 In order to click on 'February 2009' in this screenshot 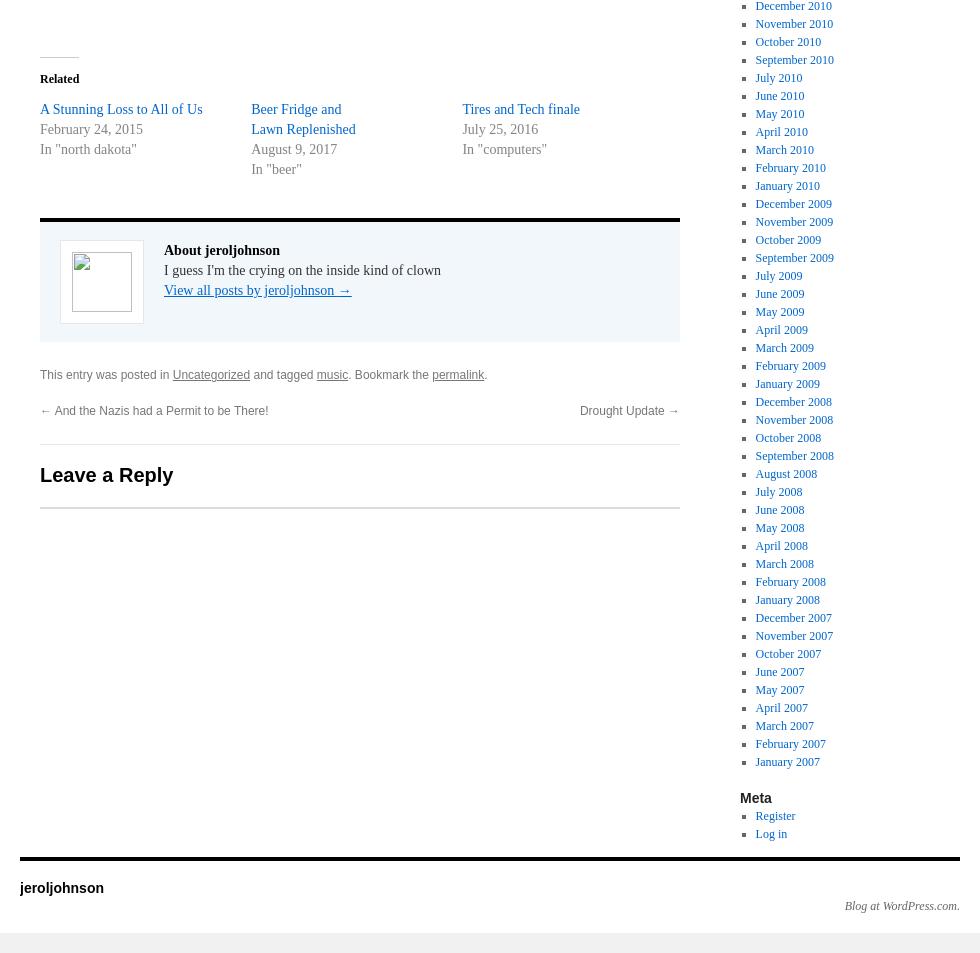, I will do `click(754, 365)`.